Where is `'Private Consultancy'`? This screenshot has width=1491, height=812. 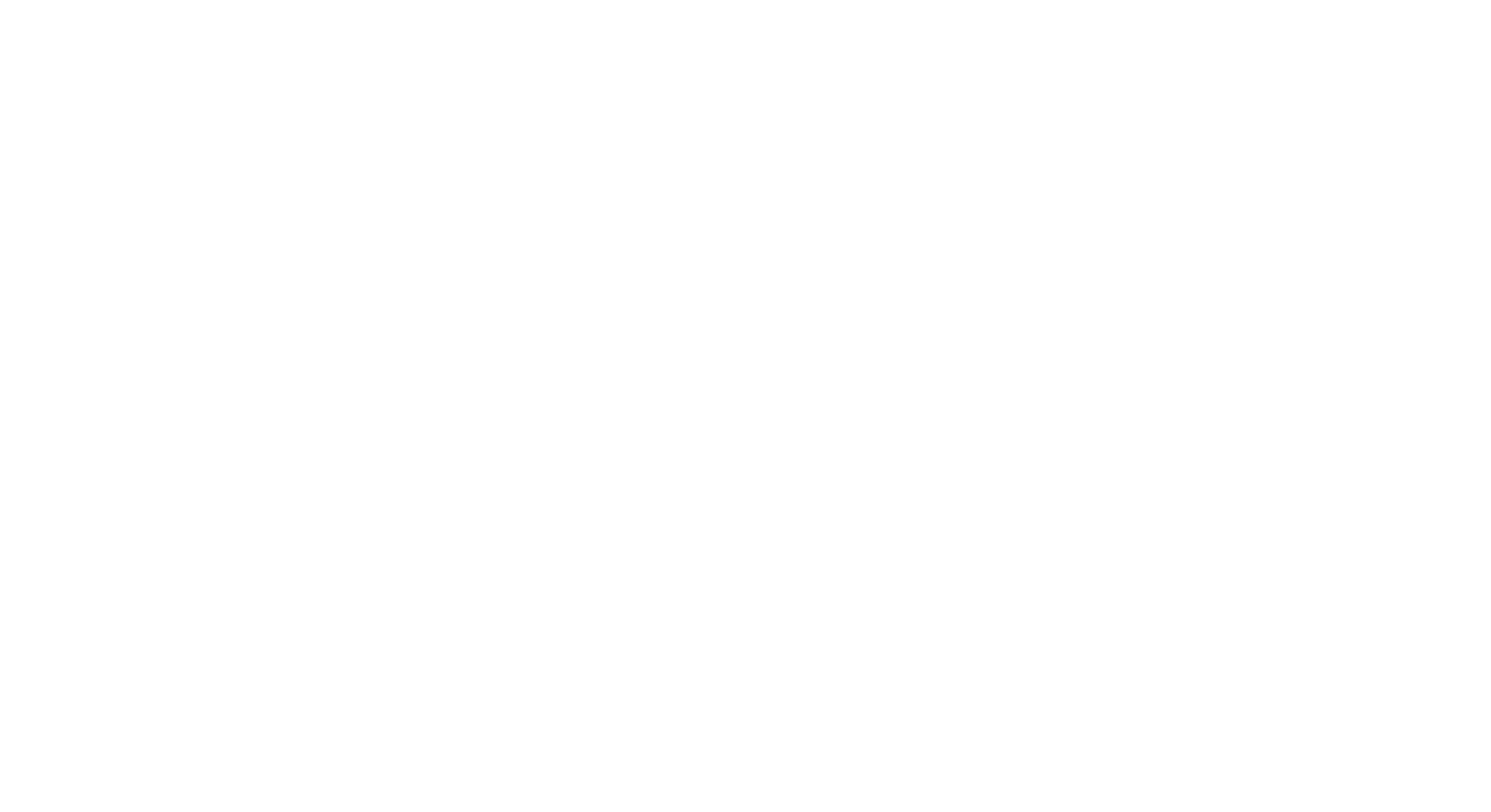
'Private Consultancy' is located at coordinates (961, 530).